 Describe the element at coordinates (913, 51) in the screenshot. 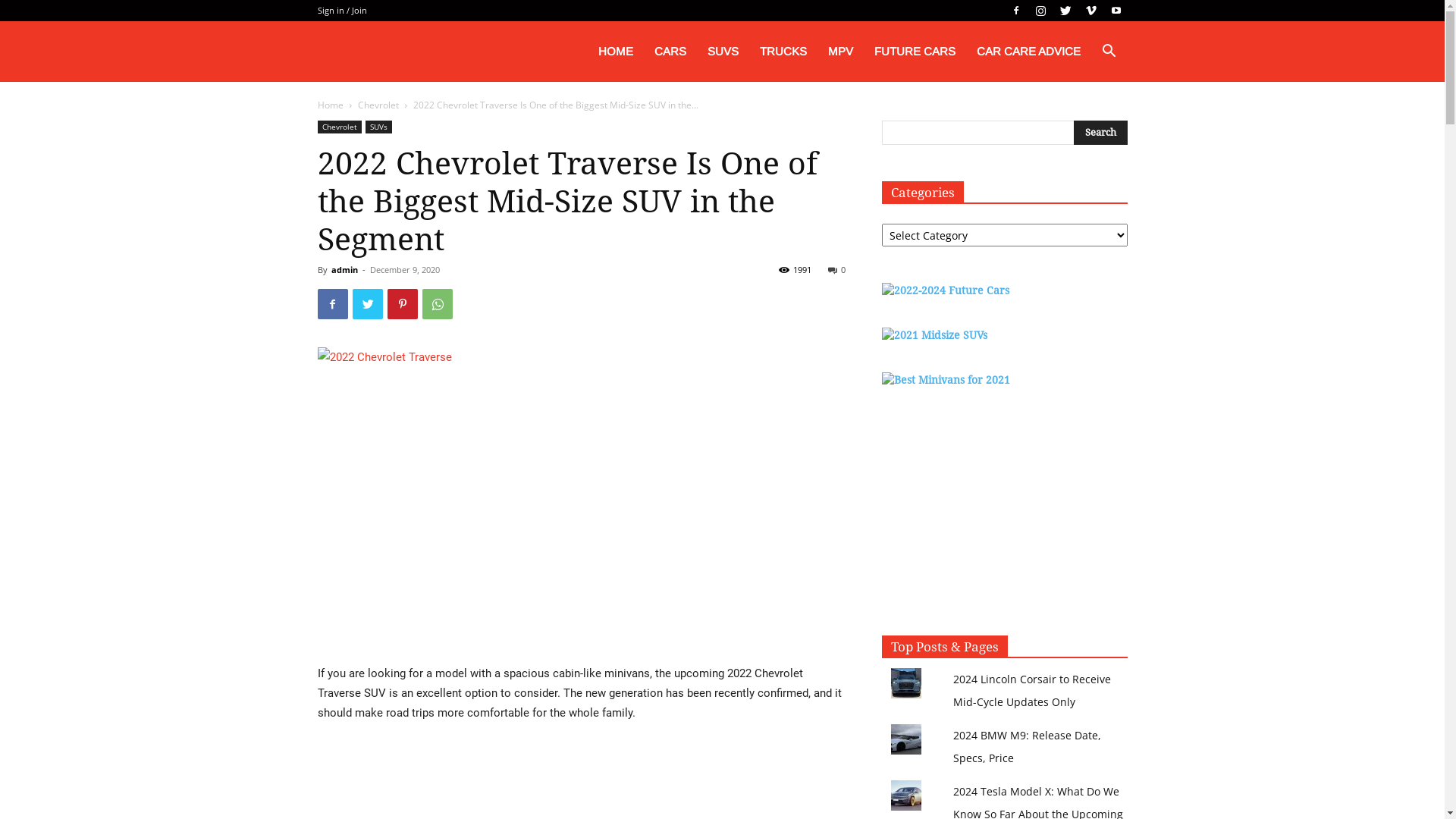

I see `'FUTURE CARS'` at that location.